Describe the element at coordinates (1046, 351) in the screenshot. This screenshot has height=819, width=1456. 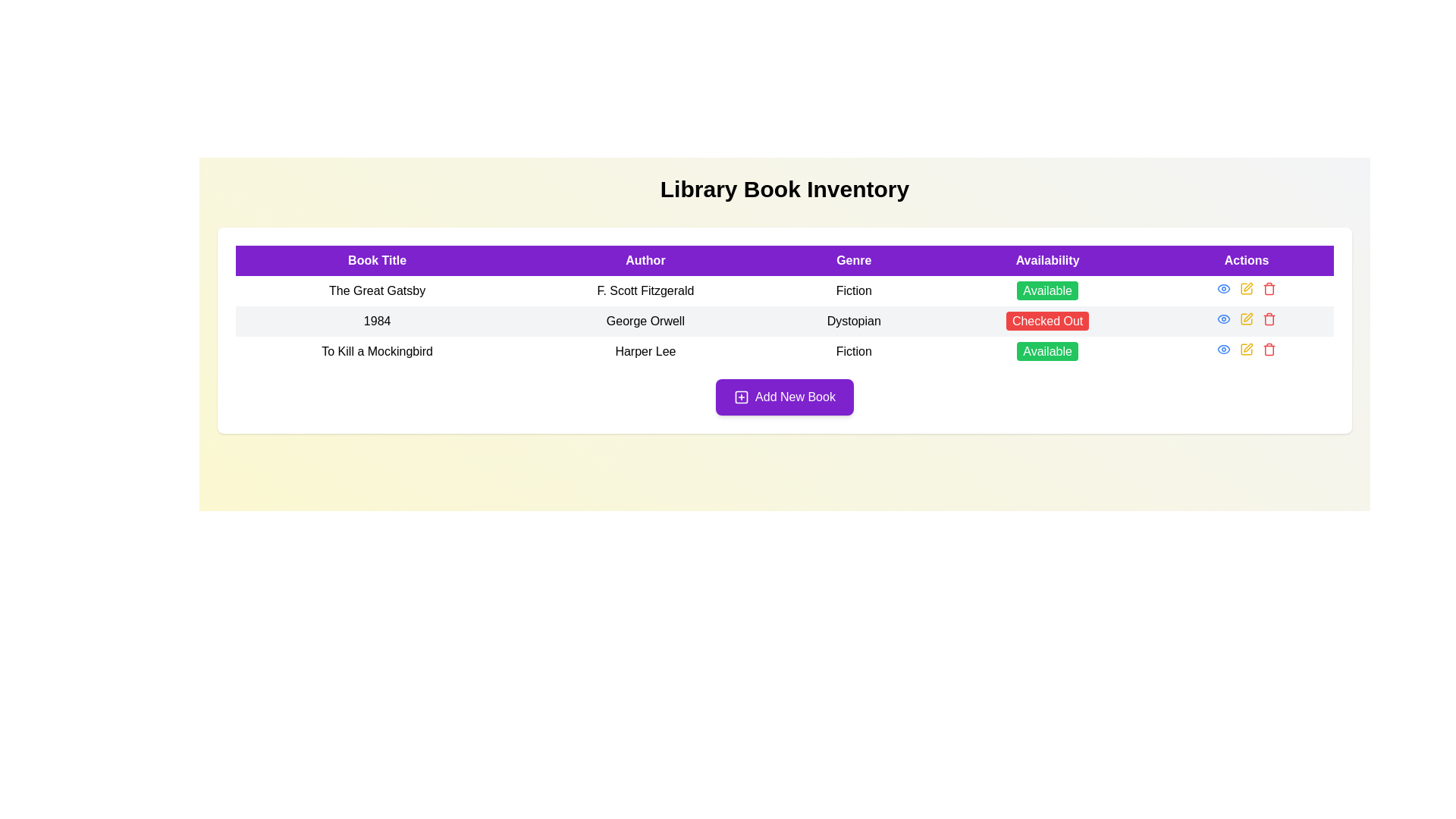
I see `the Status badge labeled 'Available' in white font on a green background, located in the Availability column of the row for 'To Kill a Mockingbird' by Harper Lee` at that location.